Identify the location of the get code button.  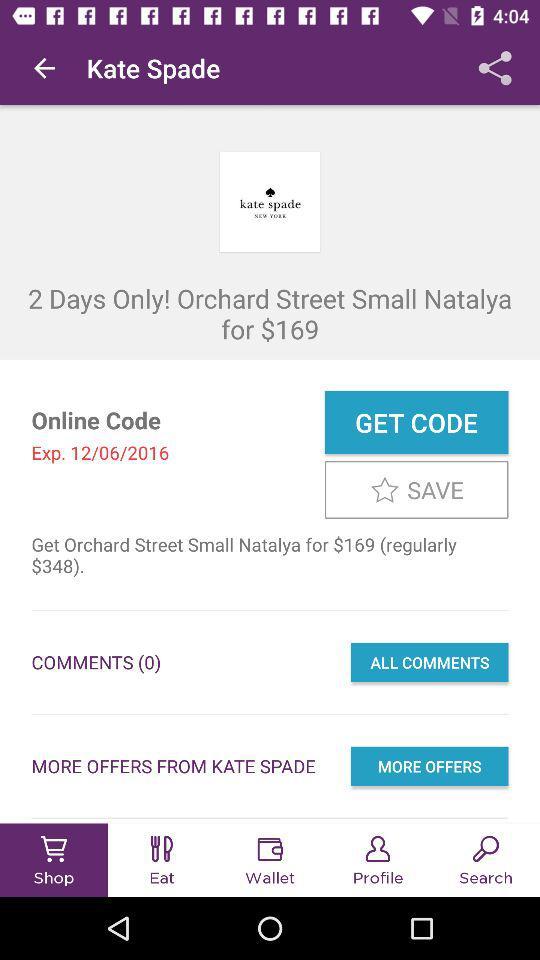
(415, 422).